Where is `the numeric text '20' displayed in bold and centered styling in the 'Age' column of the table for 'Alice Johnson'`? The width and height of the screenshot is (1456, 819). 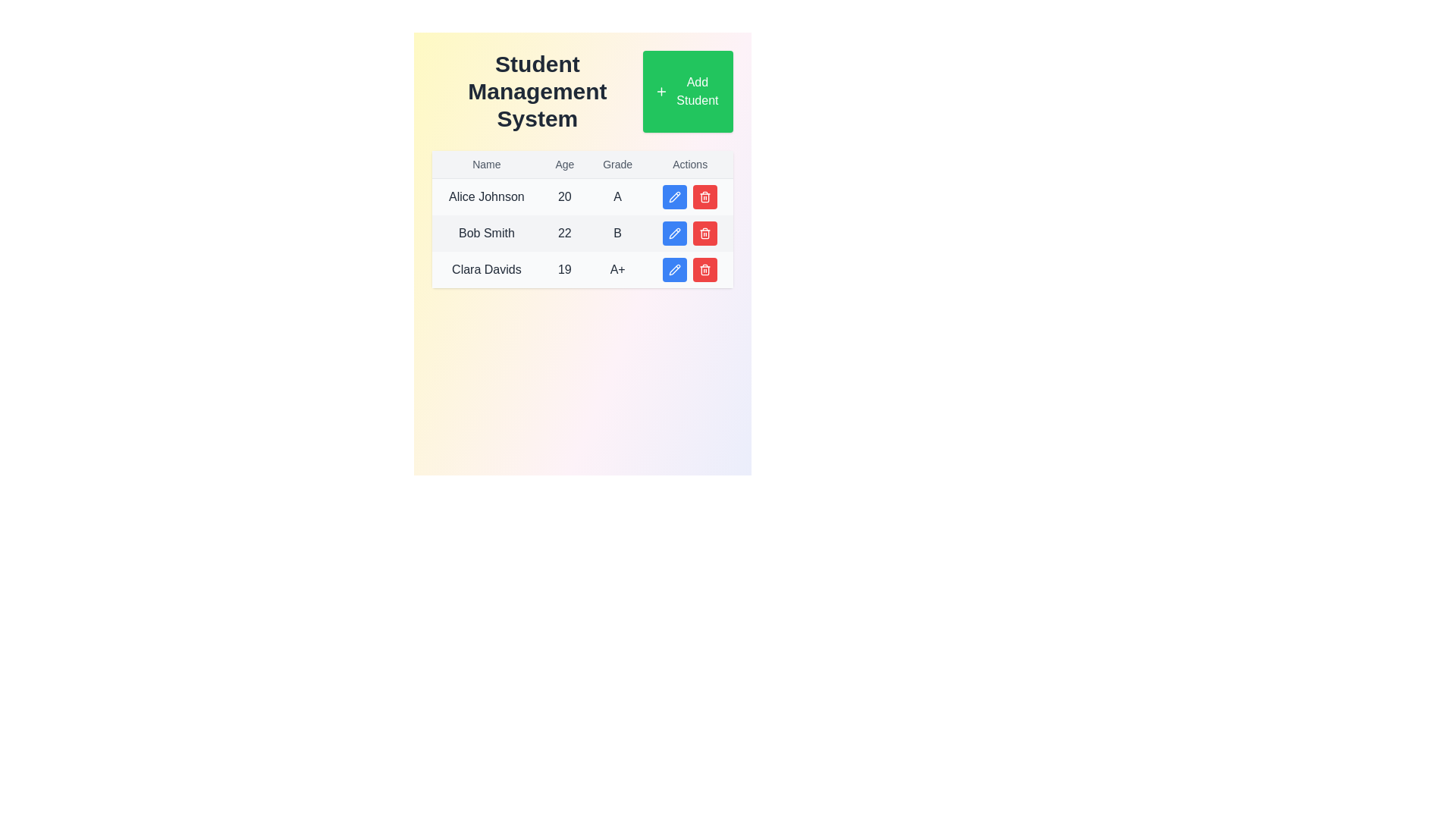
the numeric text '20' displayed in bold and centered styling in the 'Age' column of the table for 'Alice Johnson' is located at coordinates (563, 196).